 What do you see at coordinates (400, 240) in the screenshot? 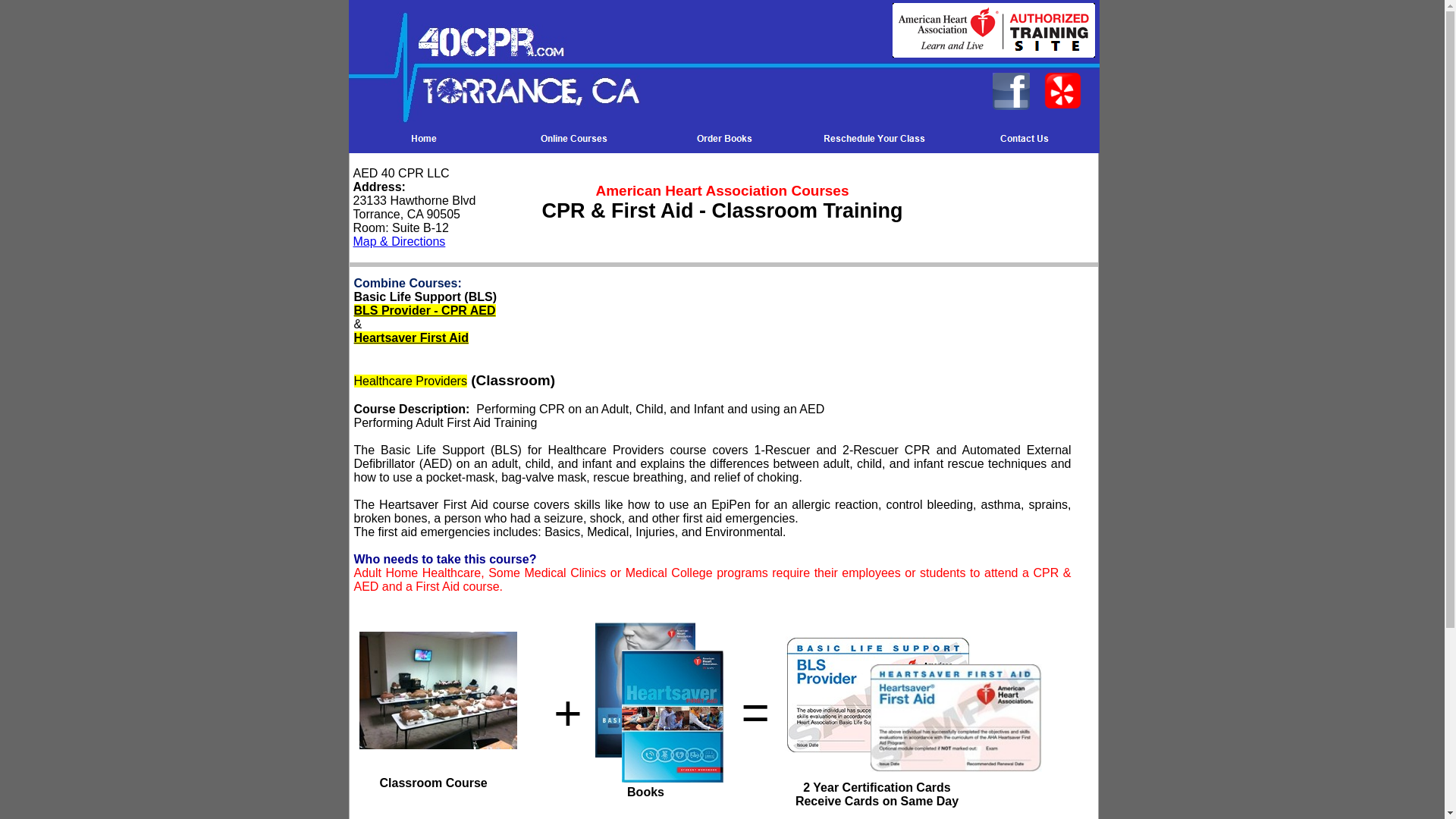
I see `'Map & Directions'` at bounding box center [400, 240].